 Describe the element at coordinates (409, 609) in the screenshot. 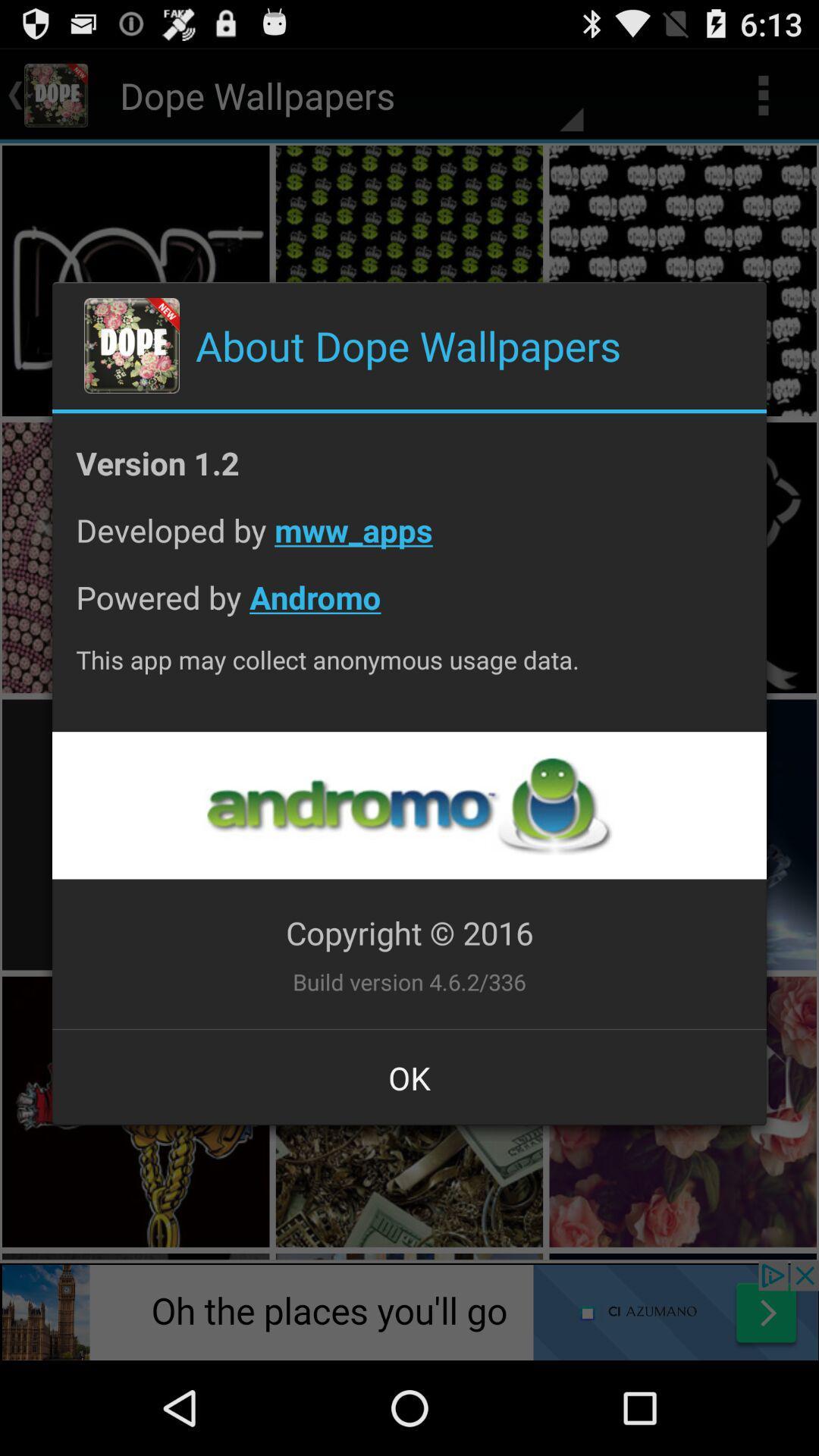

I see `the app below developed by mww_apps icon` at that location.